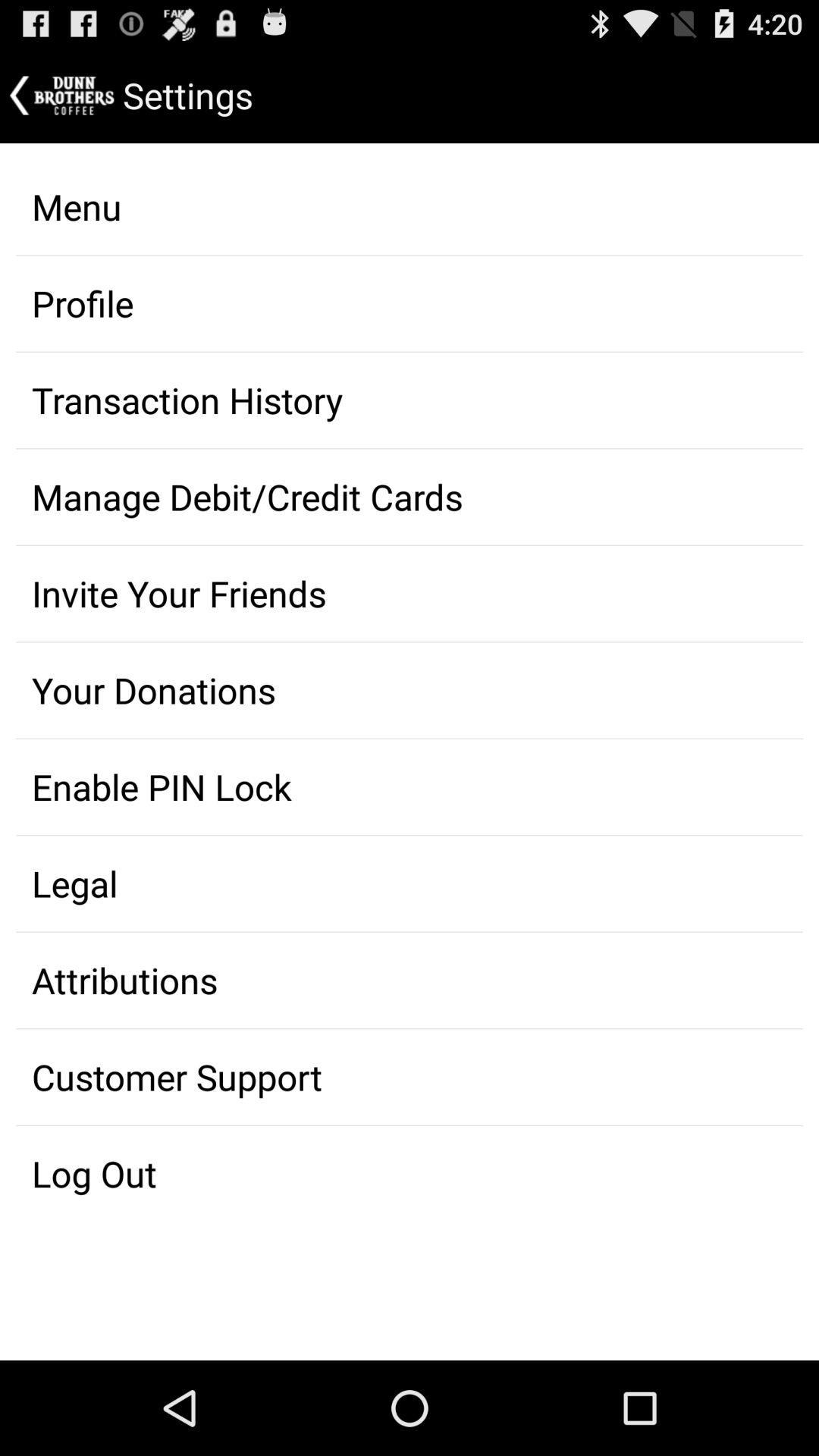 The height and width of the screenshot is (1456, 819). Describe the element at coordinates (409, 980) in the screenshot. I see `the icon above customer support icon` at that location.